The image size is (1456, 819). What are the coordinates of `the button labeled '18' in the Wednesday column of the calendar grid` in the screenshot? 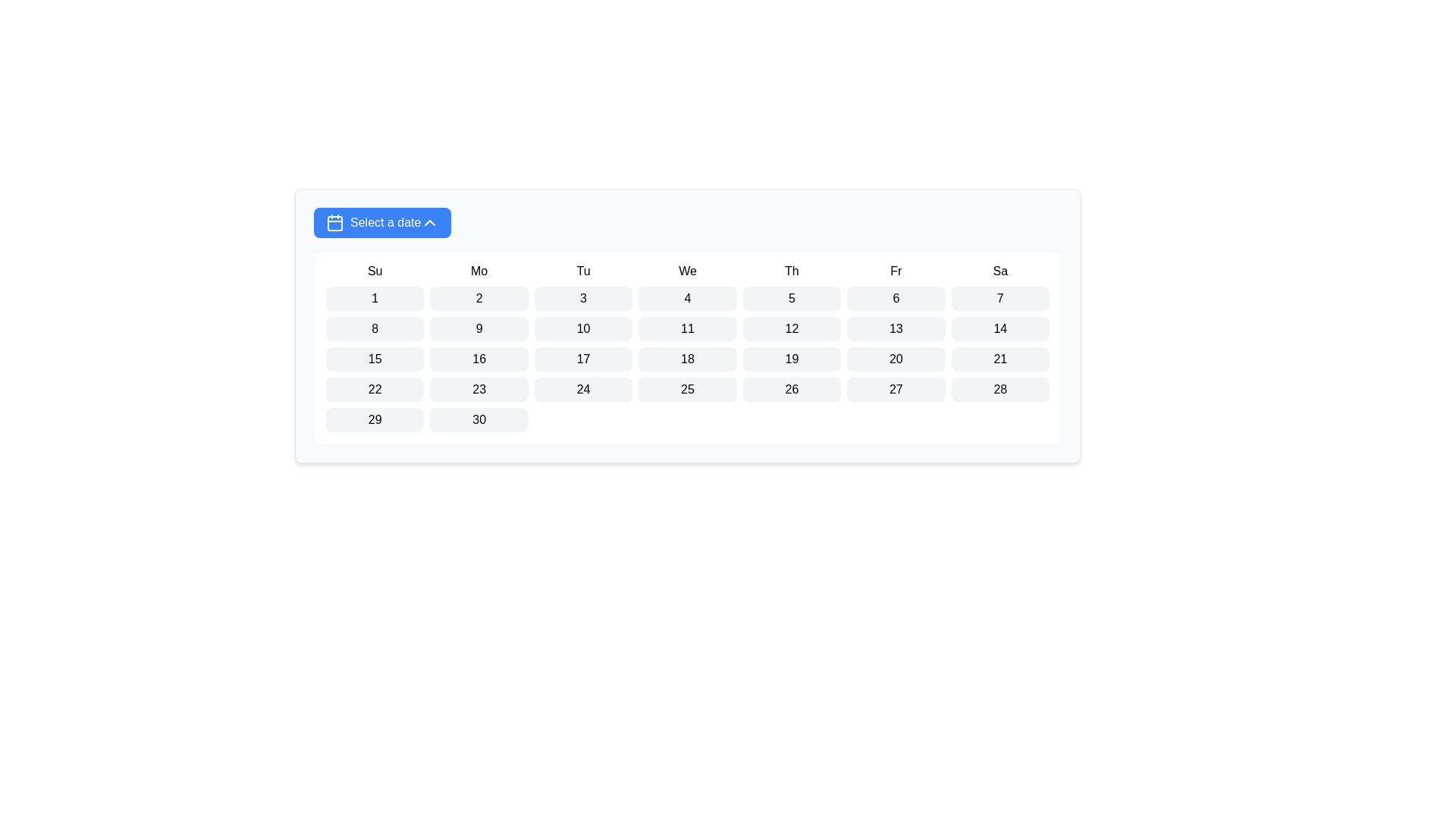 It's located at (687, 359).